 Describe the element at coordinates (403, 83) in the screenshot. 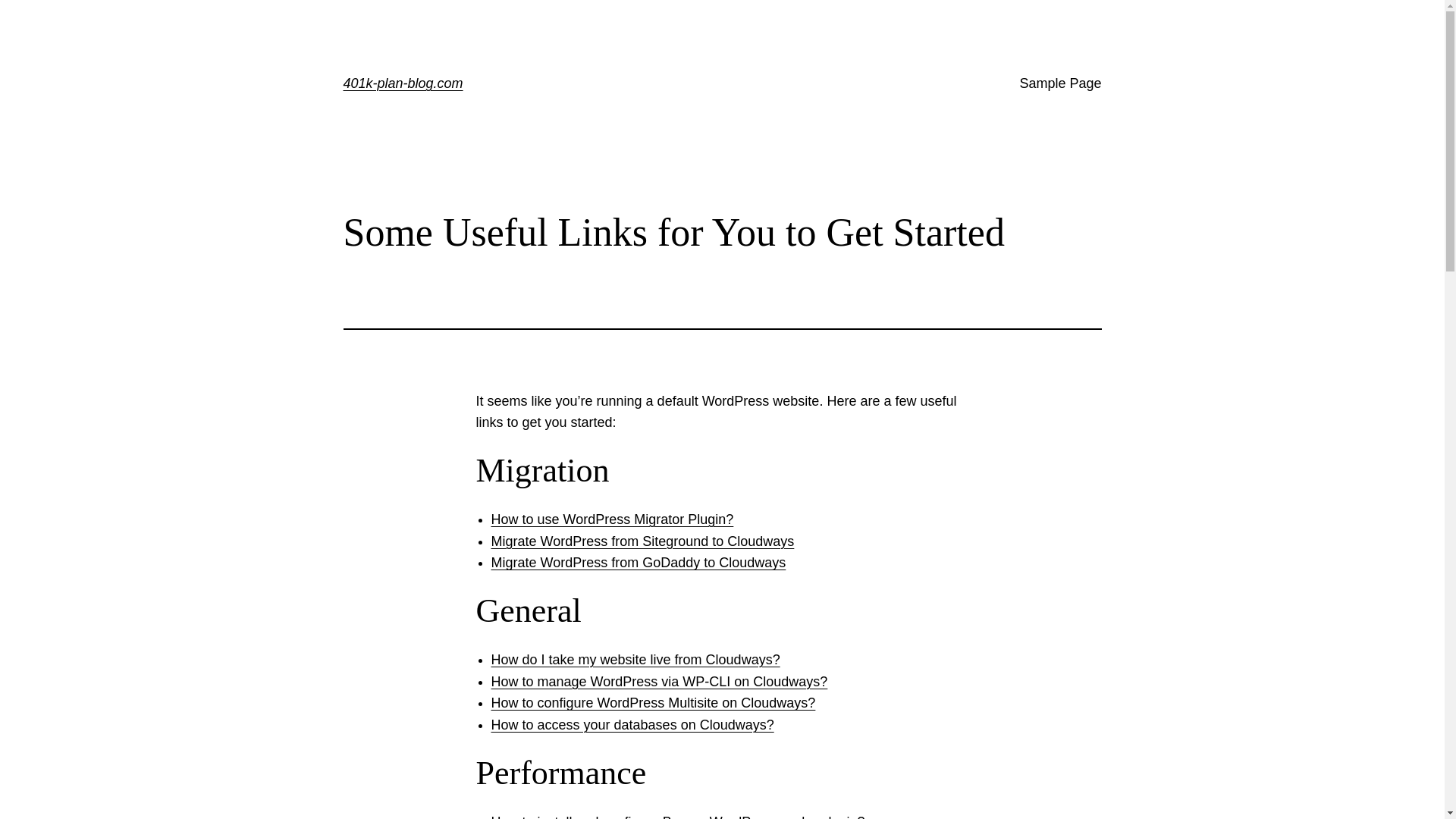

I see `'401k-plan-blog.com'` at that location.